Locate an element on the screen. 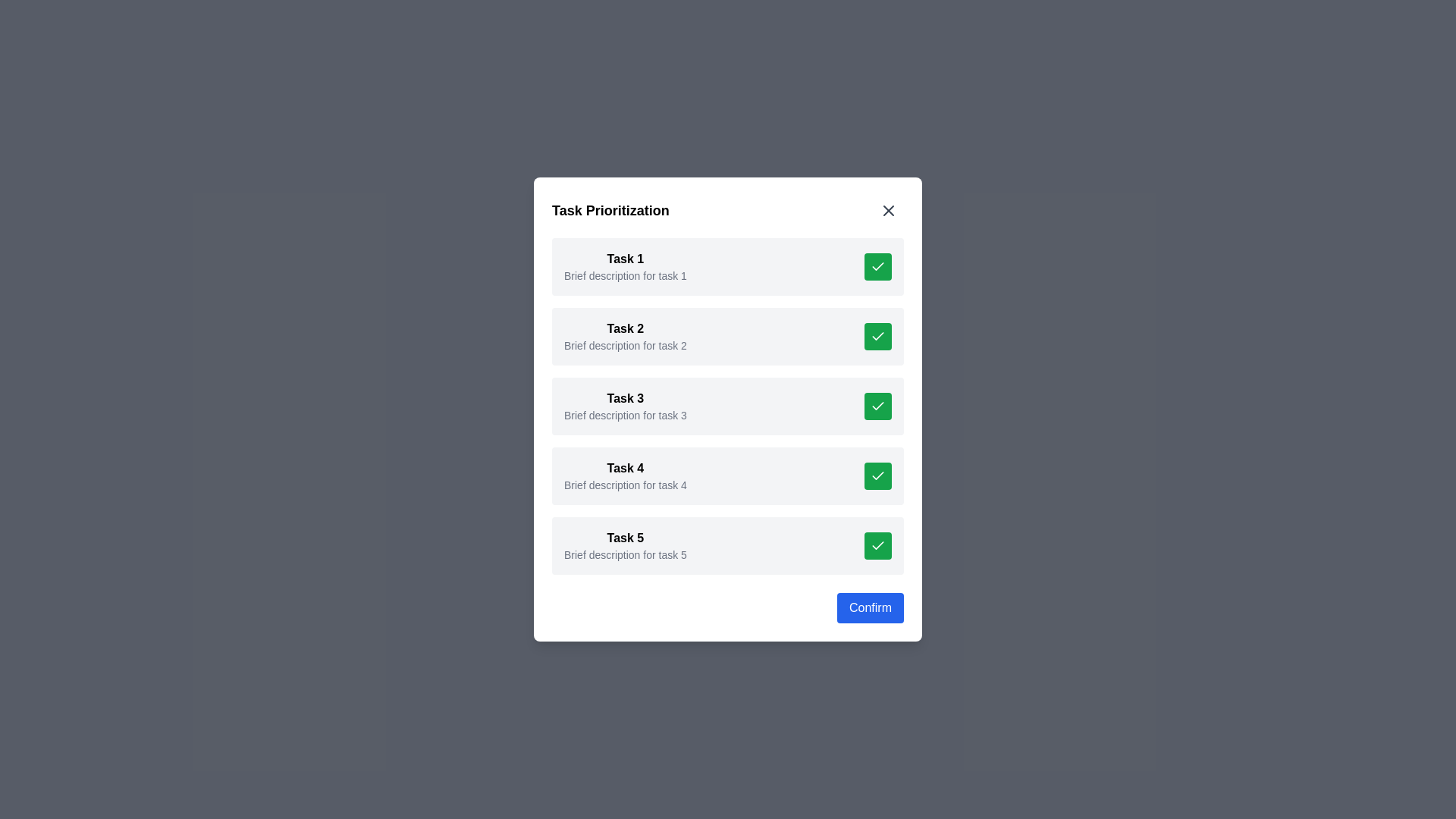 The width and height of the screenshot is (1456, 819). the static text label 'Task 3', which is styled in bold and is the title of the third task item under 'Task Prioritization' is located at coordinates (626, 397).